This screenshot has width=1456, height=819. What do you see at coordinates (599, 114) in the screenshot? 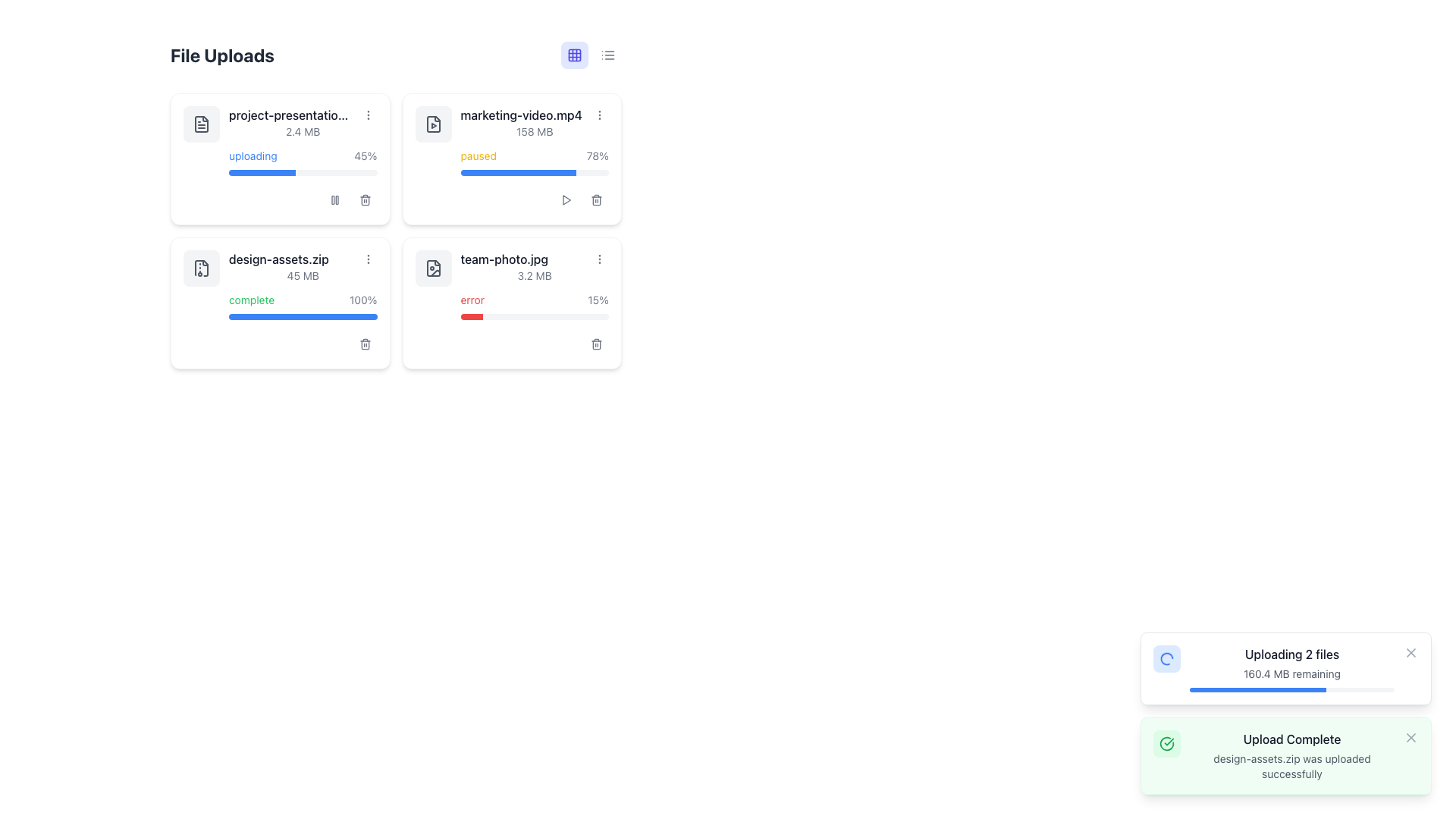
I see `the vertical ellipsis button (more options icon) located to the right of the file name 'marketing-video.mp4'` at bounding box center [599, 114].